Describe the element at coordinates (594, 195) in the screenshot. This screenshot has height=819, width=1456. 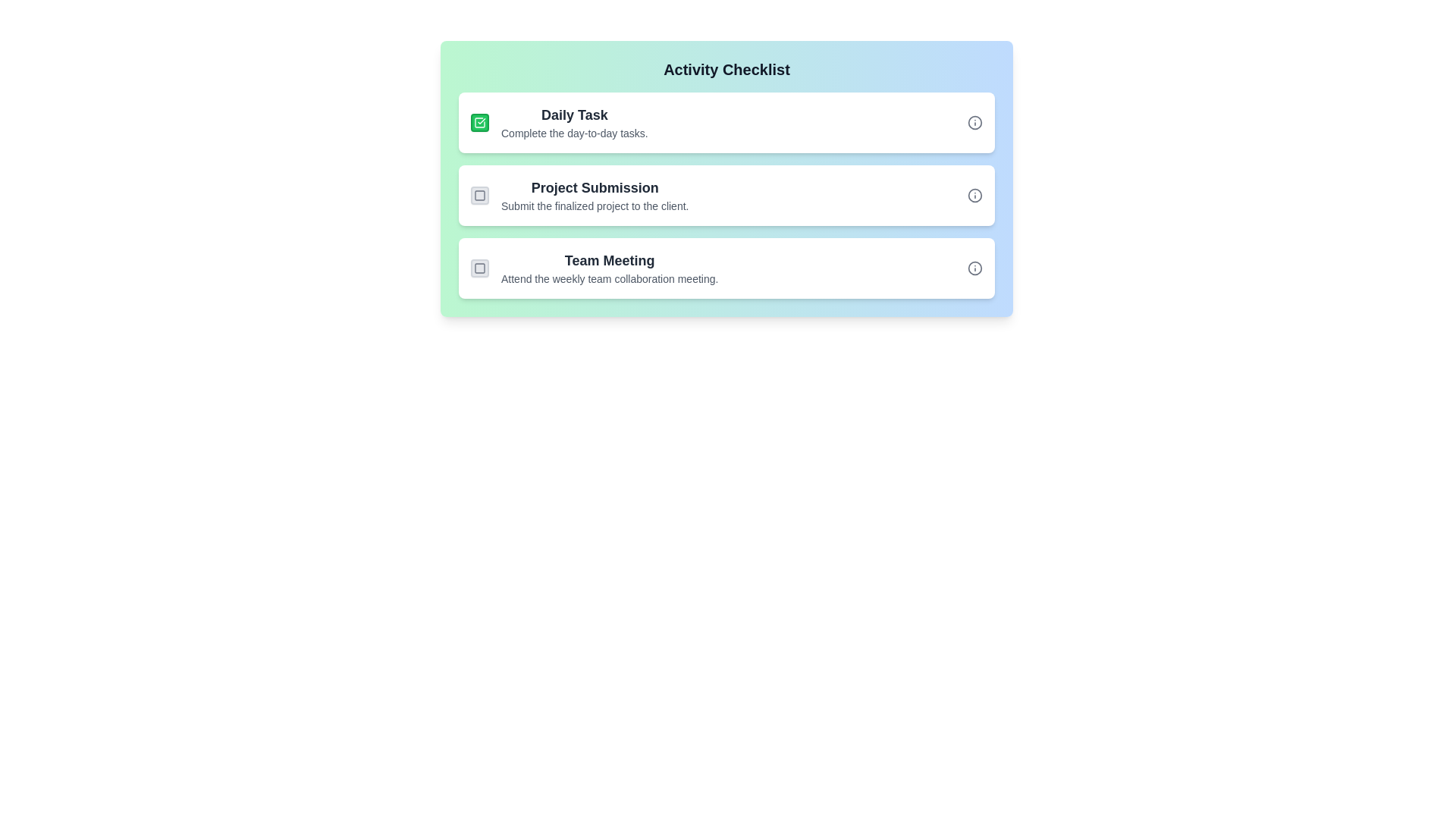
I see `the Informational Text Display` at that location.